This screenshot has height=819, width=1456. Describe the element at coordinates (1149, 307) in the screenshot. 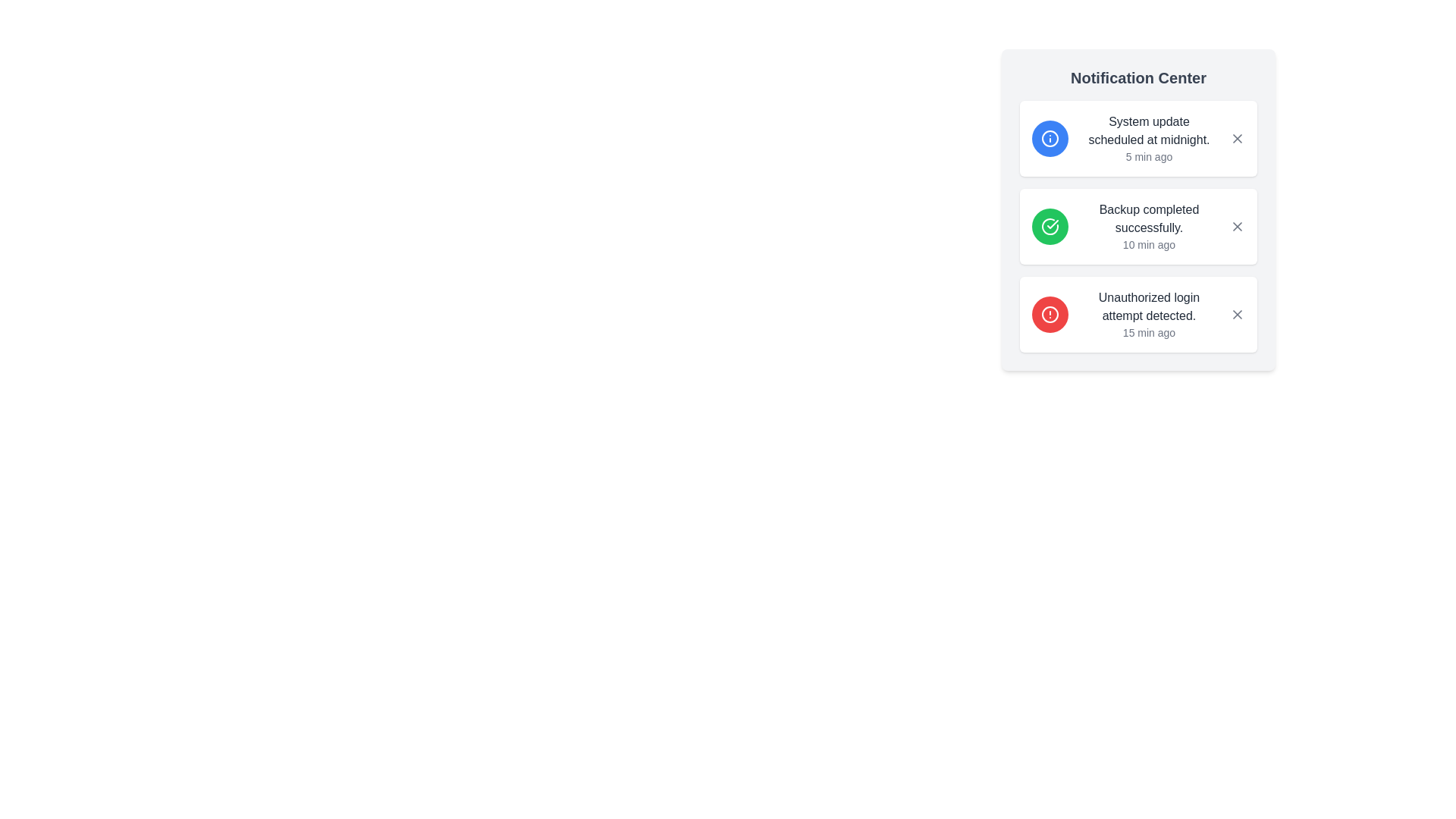

I see `text label that displays 'Unauthorized login attempt detected.' located in the notification list at the bottommost item` at that location.